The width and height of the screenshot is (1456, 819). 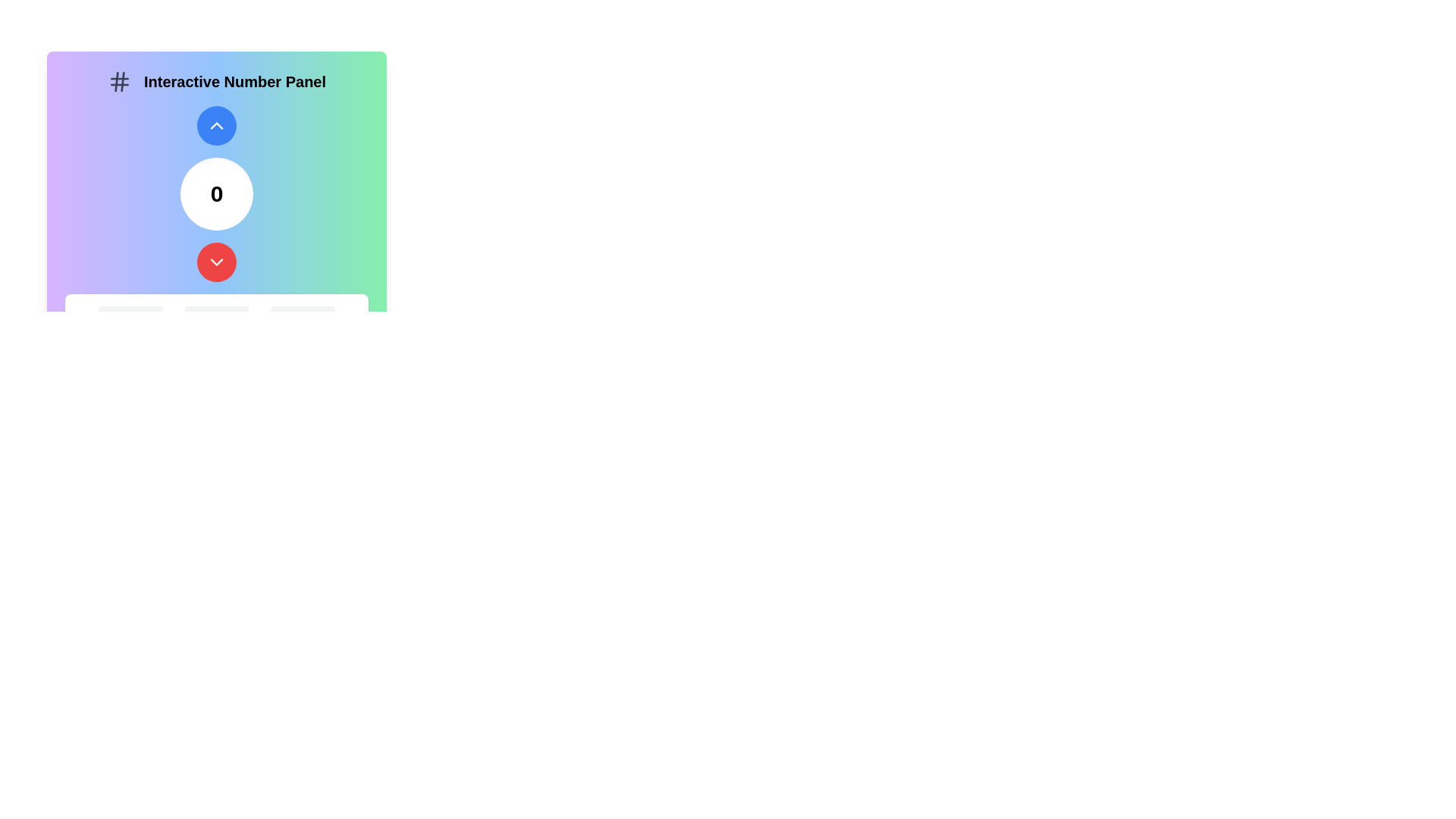 What do you see at coordinates (115, 82) in the screenshot?
I see `the second vertical decorative line of the hash (#) symbol within the SVG graphic, which is centrally aligned and slightly offset to the right` at bounding box center [115, 82].